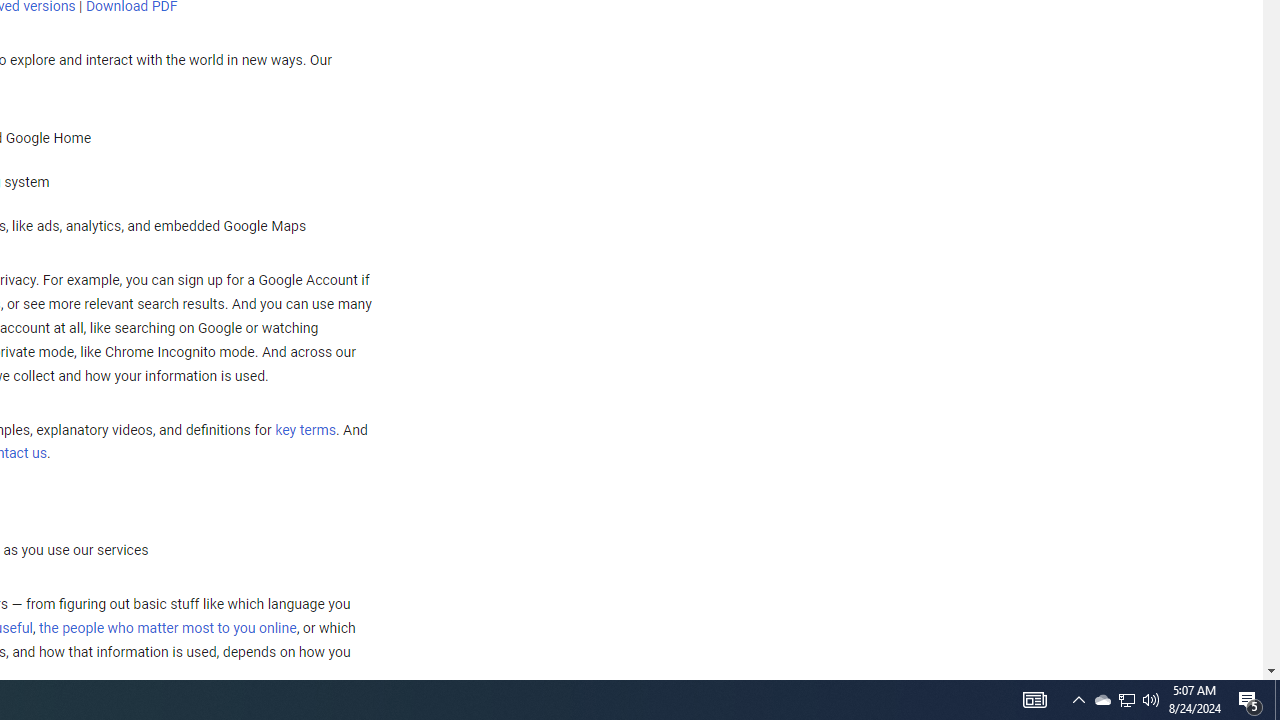 The image size is (1280, 720). What do you see at coordinates (304, 429) in the screenshot?
I see `'key terms'` at bounding box center [304, 429].